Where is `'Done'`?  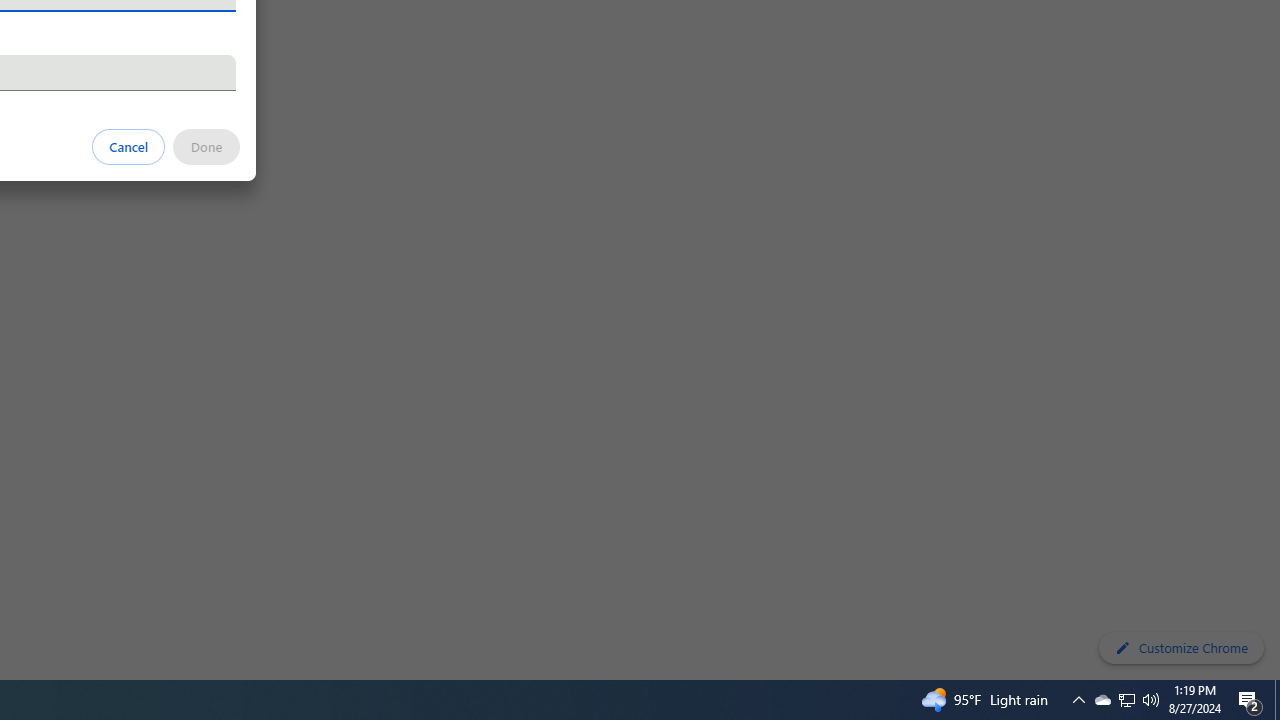 'Done' is located at coordinates (206, 145).